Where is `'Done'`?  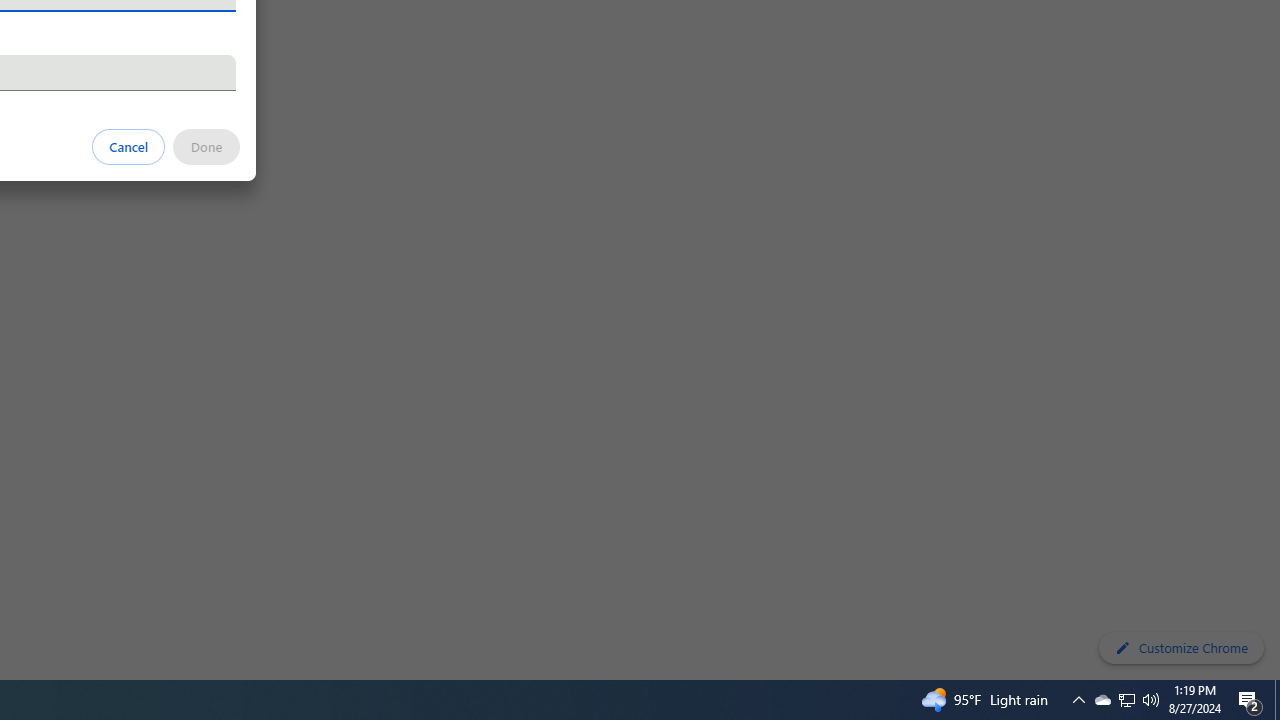 'Done' is located at coordinates (206, 145).